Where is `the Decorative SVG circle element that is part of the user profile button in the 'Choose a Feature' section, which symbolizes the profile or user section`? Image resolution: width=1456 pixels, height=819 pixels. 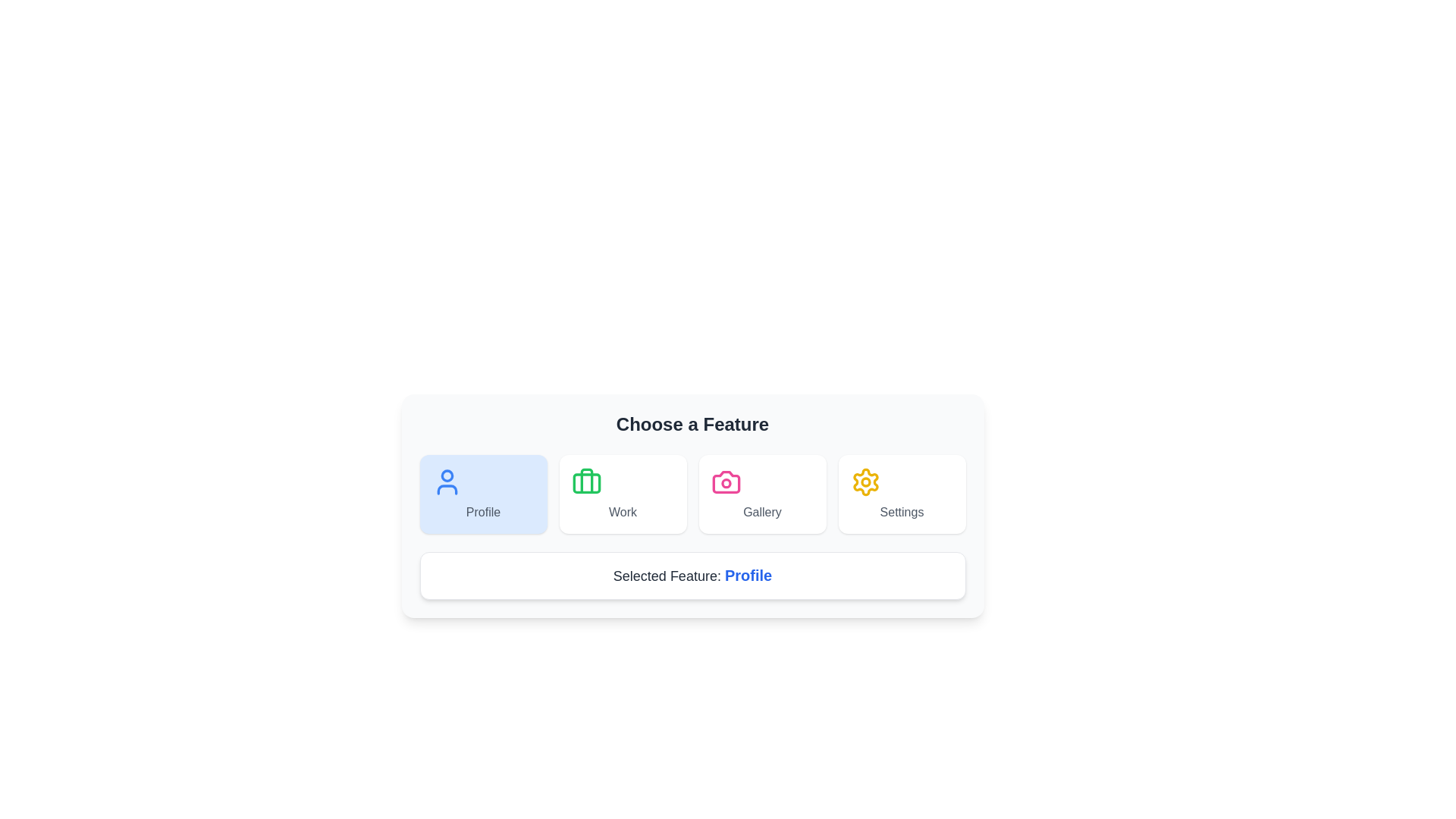 the Decorative SVG circle element that is part of the user profile button in the 'Choose a Feature' section, which symbolizes the profile or user section is located at coordinates (446, 475).